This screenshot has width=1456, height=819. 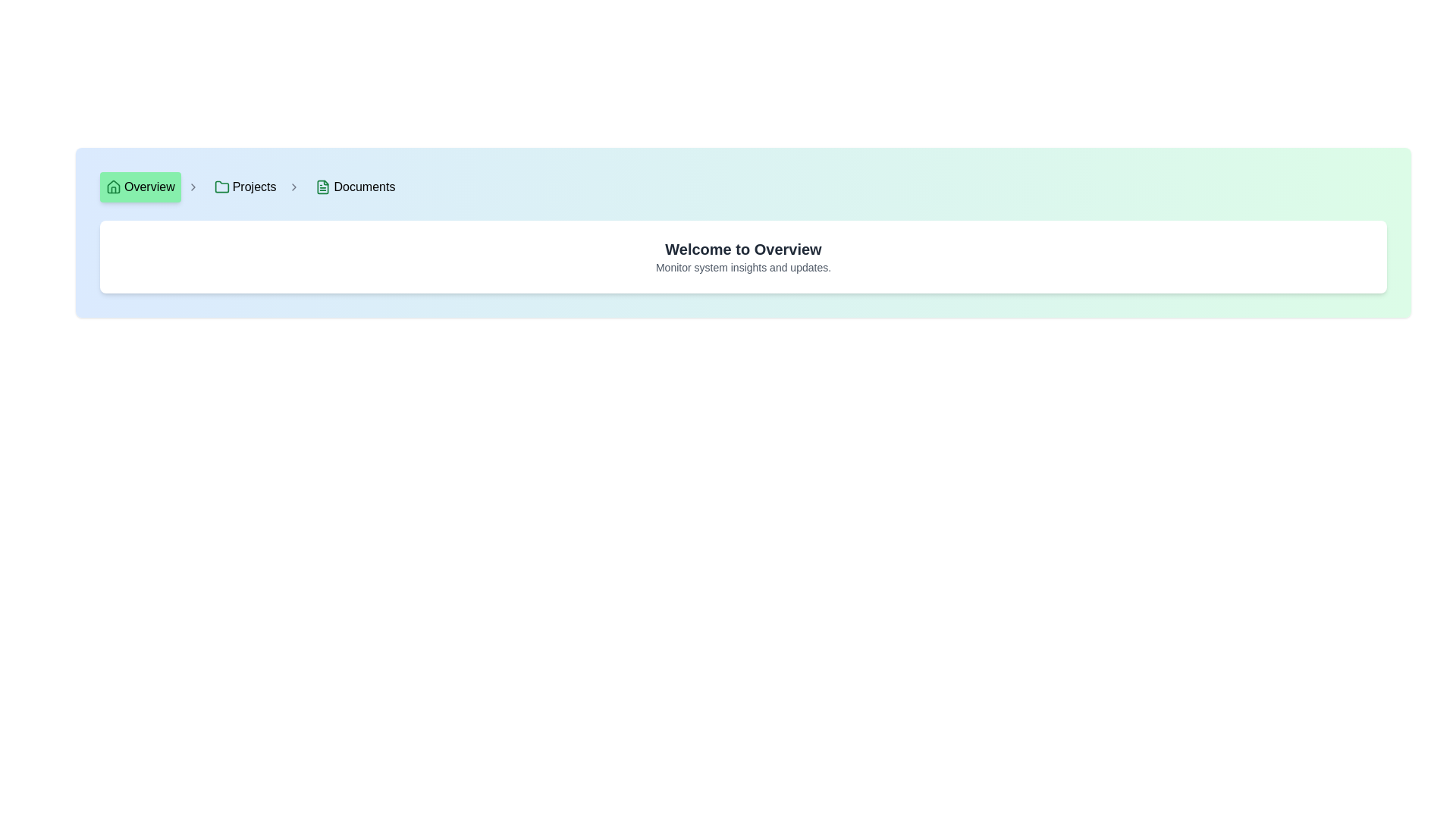 What do you see at coordinates (364, 186) in the screenshot?
I see `the 'Documents' text label located in the breadcrumb navigation bar, positioned to the right of the document icon` at bounding box center [364, 186].